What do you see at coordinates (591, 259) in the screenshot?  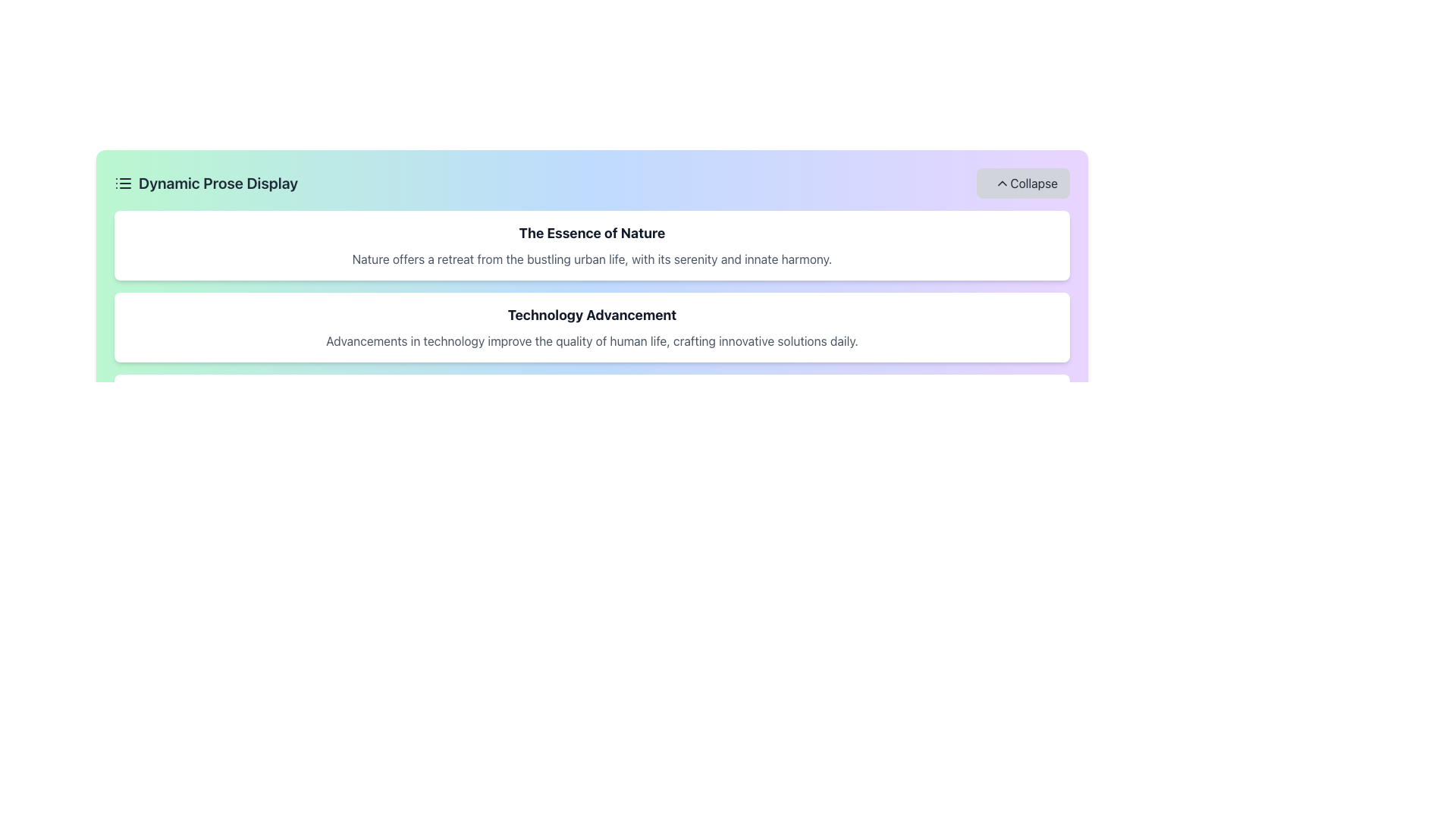 I see `text content of the element displaying 'Nature offers a retreat from the bustling urban life, with its serenity and innate harmony.' which is styled in a compact serif font and appears below the heading 'The Essence of Nature.'` at bounding box center [591, 259].